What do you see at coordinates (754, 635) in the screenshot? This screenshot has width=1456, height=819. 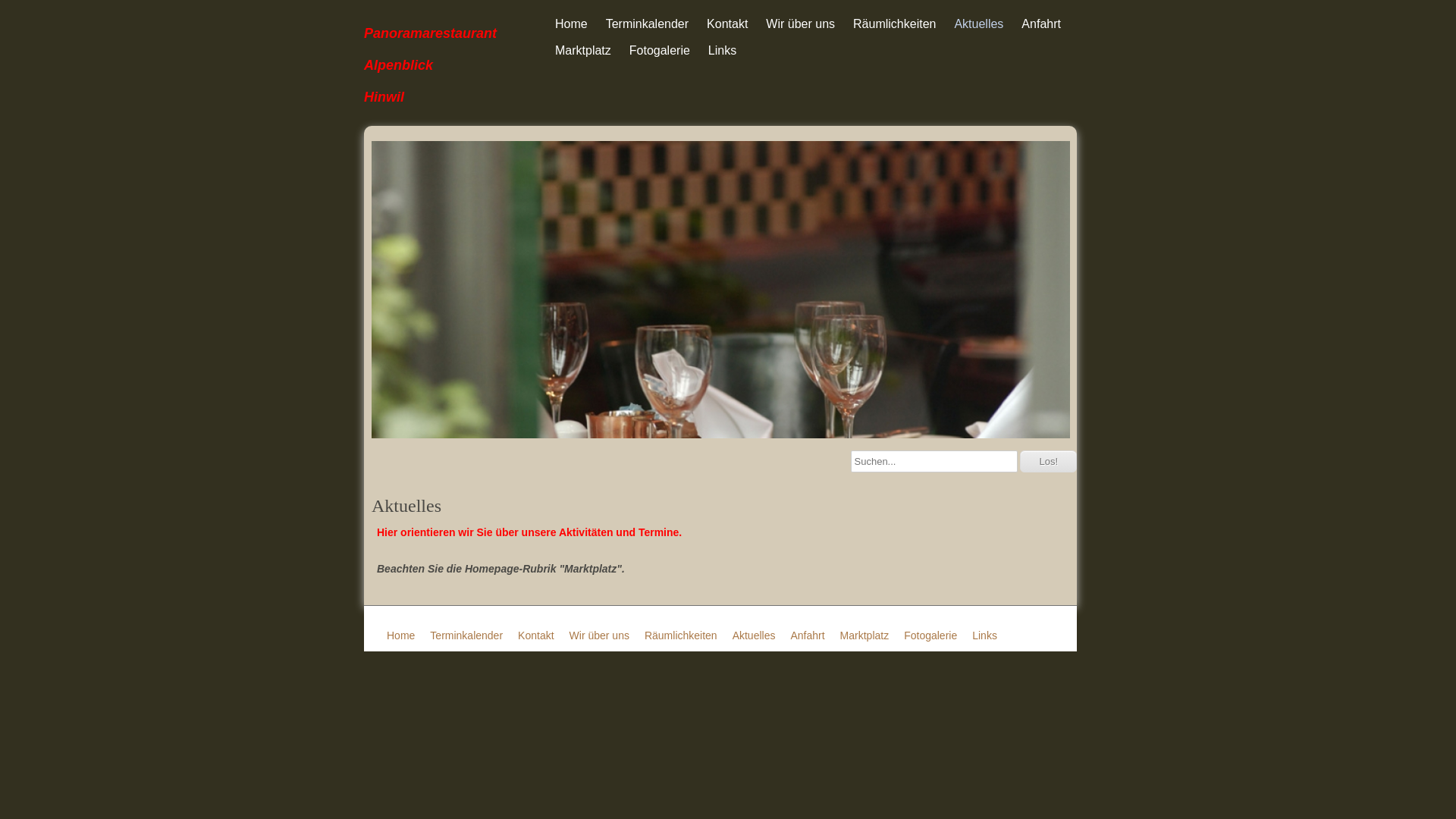 I see `'Aktuelles'` at bounding box center [754, 635].